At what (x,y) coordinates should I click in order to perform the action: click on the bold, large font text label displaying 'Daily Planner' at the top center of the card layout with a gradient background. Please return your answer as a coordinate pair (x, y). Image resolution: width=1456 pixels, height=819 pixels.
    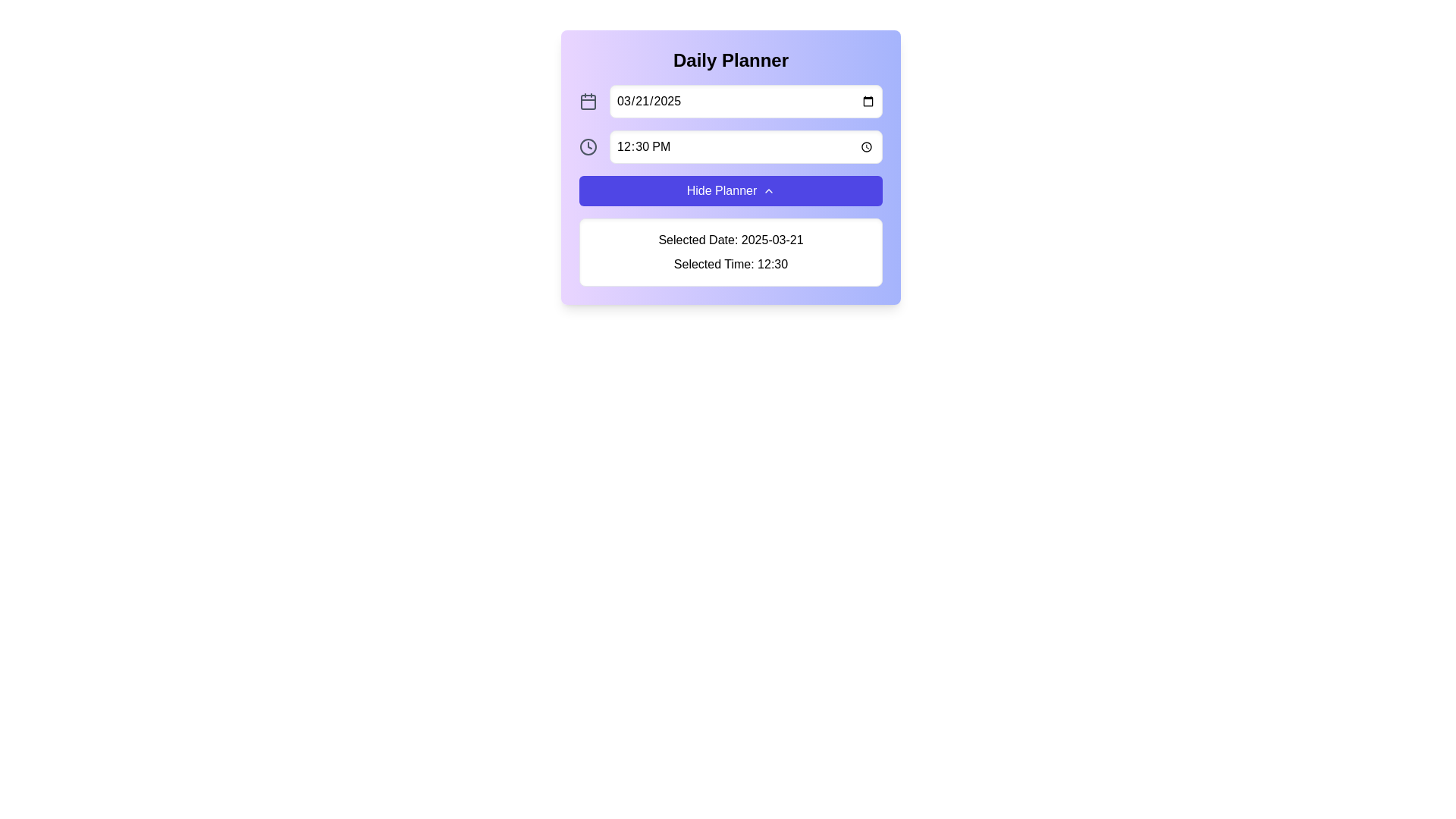
    Looking at the image, I should click on (731, 60).